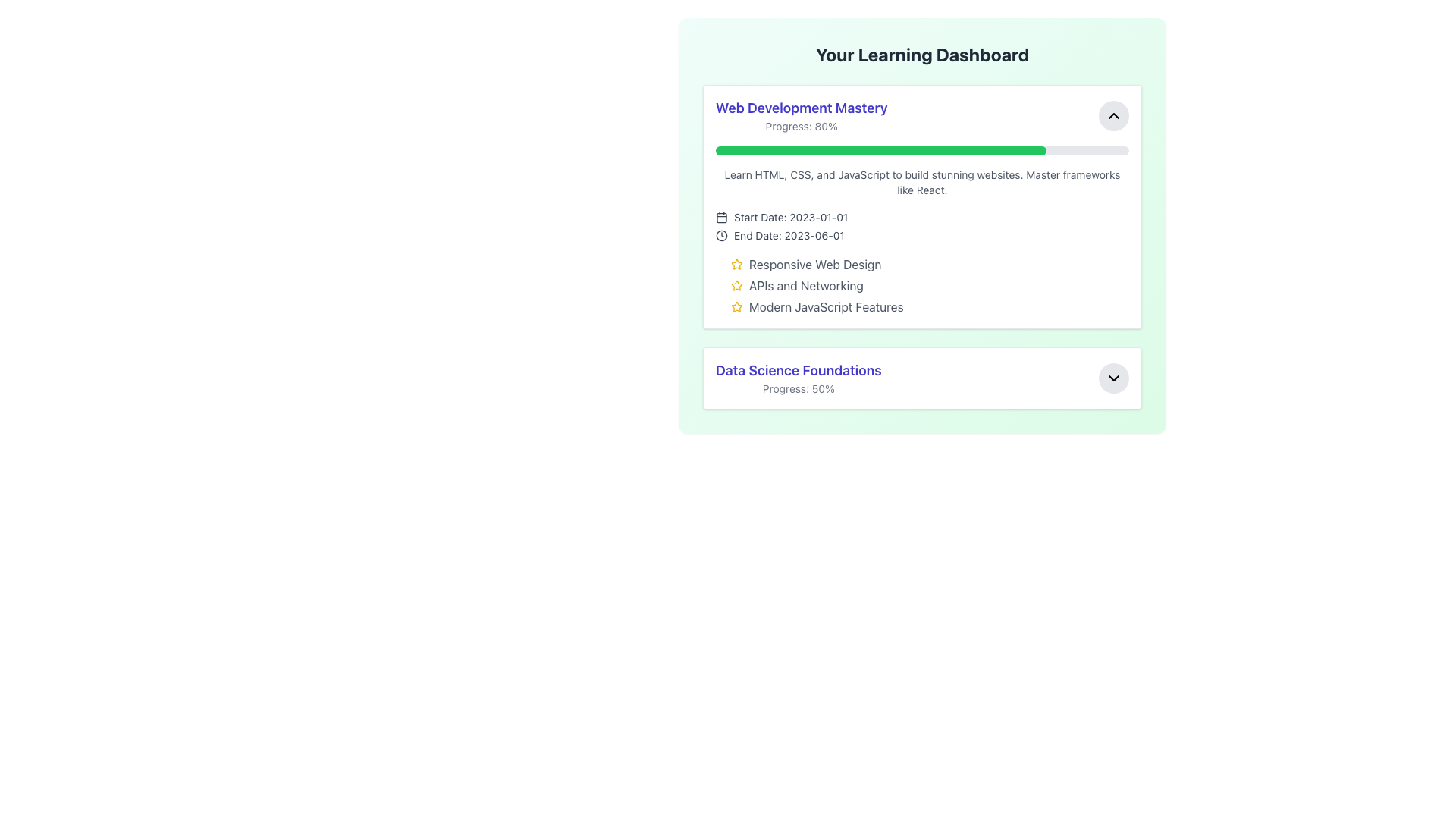  Describe the element at coordinates (1113, 115) in the screenshot. I see `the circular button with a light gray background and upward-pointing chevron icon` at that location.